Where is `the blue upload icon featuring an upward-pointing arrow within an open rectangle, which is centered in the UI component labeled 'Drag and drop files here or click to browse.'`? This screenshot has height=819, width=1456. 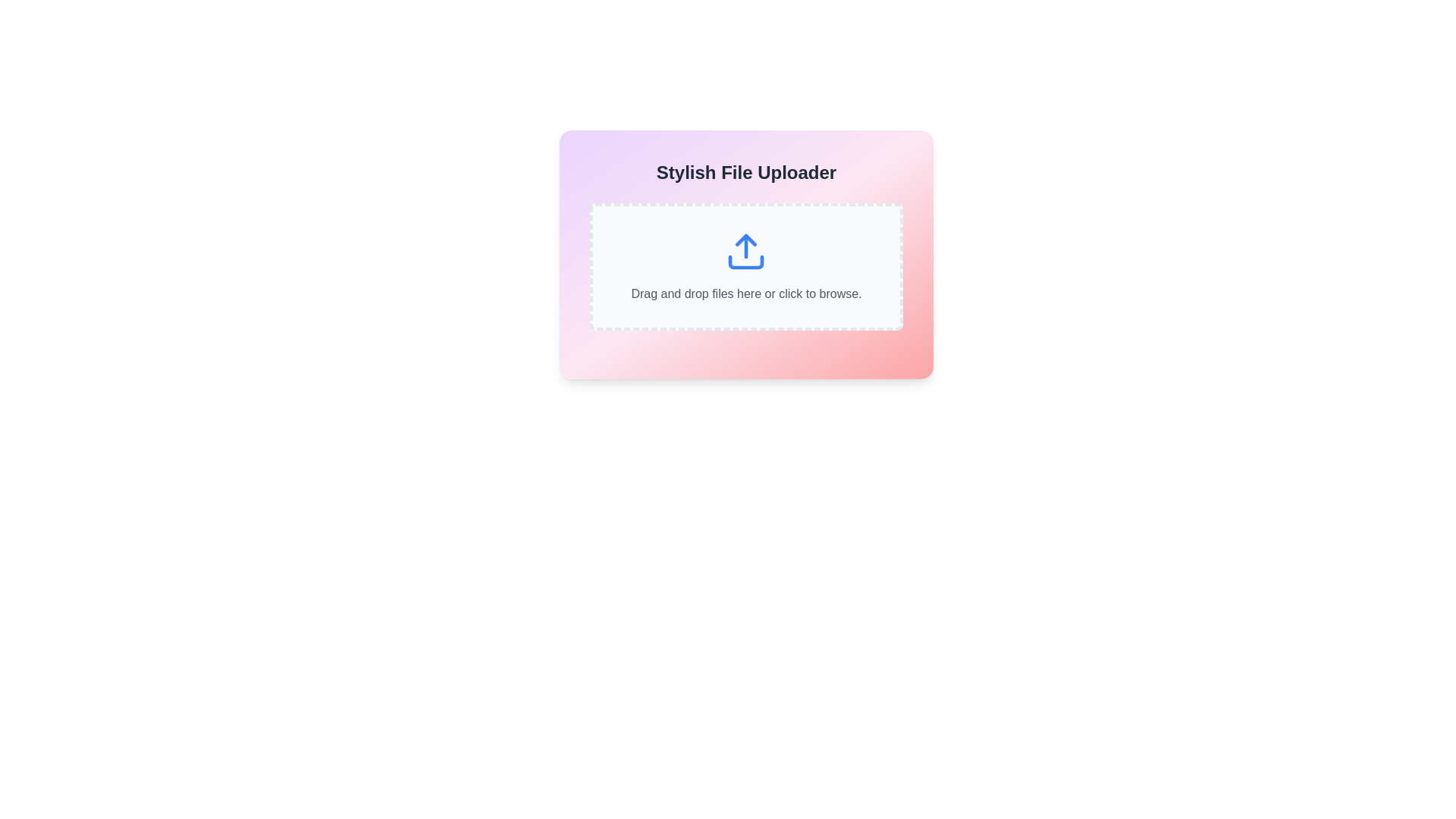 the blue upload icon featuring an upward-pointing arrow within an open rectangle, which is centered in the UI component labeled 'Drag and drop files here or click to browse.' is located at coordinates (746, 250).